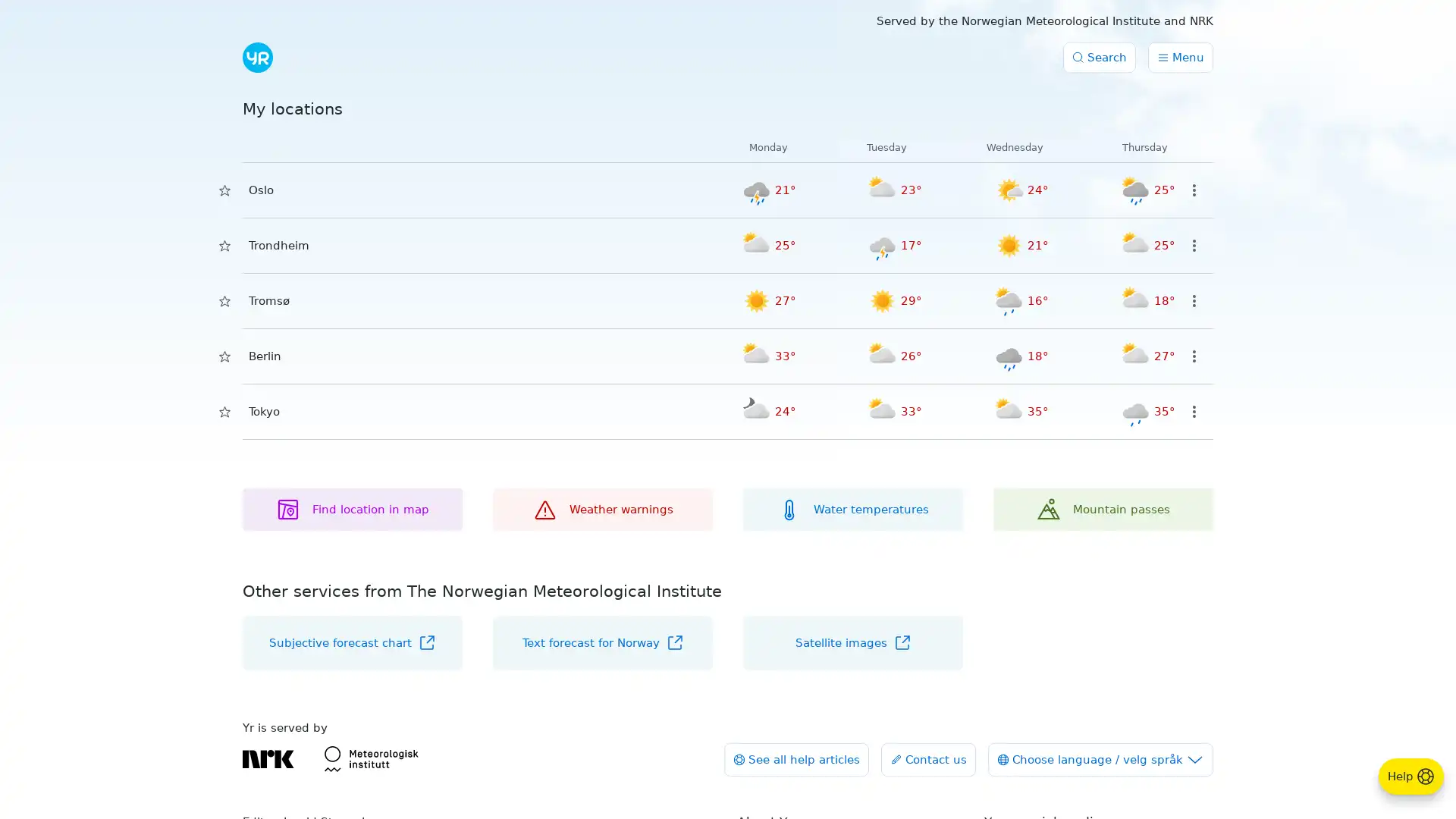 This screenshot has width=1456, height=819. What do you see at coordinates (1179, 57) in the screenshot?
I see `Menu` at bounding box center [1179, 57].